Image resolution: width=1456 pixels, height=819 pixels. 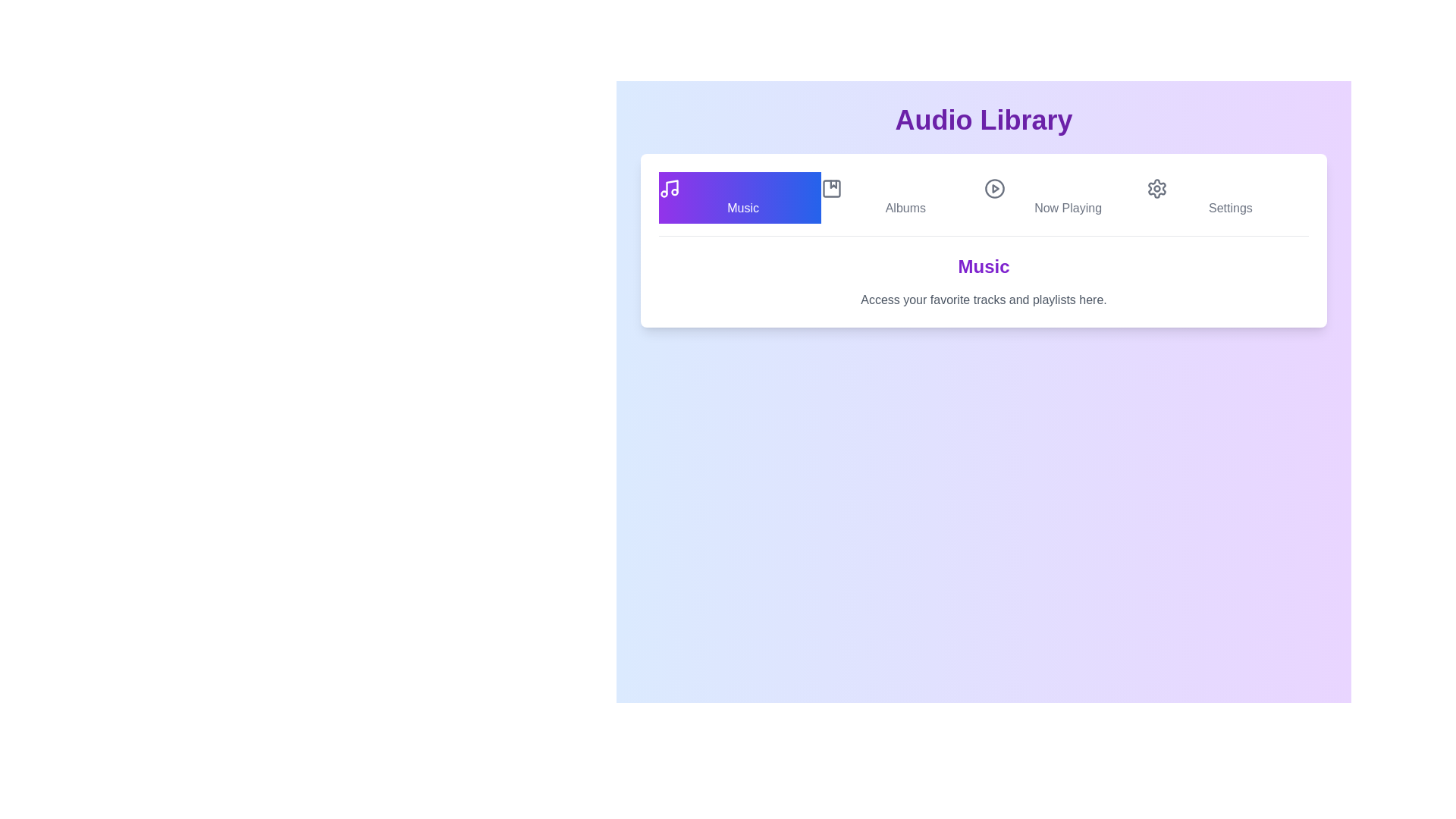 What do you see at coordinates (669, 188) in the screenshot?
I see `the music icon located in the 'Music' tab button, which is the first option in the horizontal row of tab buttons at the top of the main content area` at bounding box center [669, 188].